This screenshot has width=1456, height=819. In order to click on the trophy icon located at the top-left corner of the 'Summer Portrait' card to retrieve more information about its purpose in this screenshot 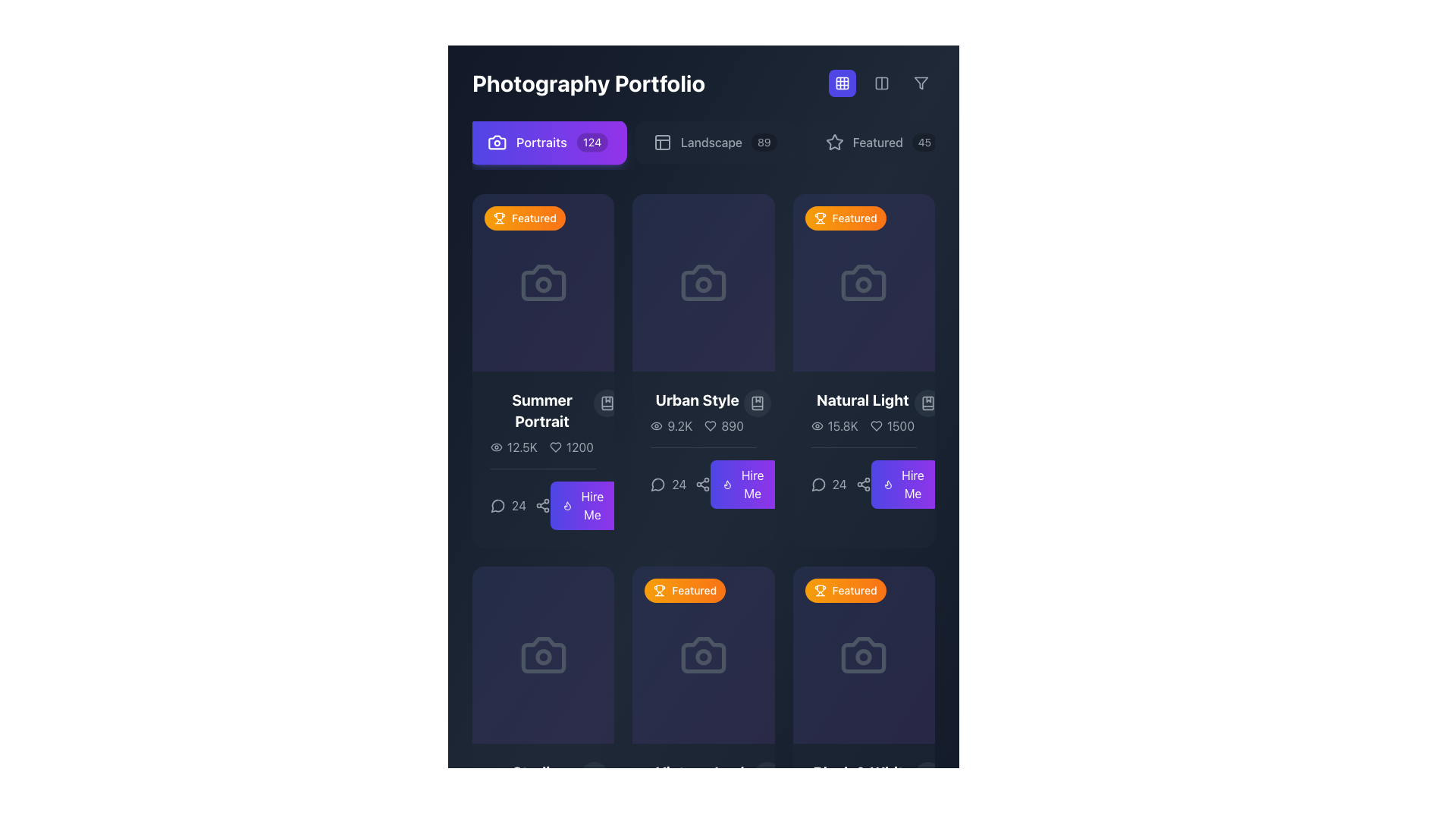, I will do `click(499, 218)`.